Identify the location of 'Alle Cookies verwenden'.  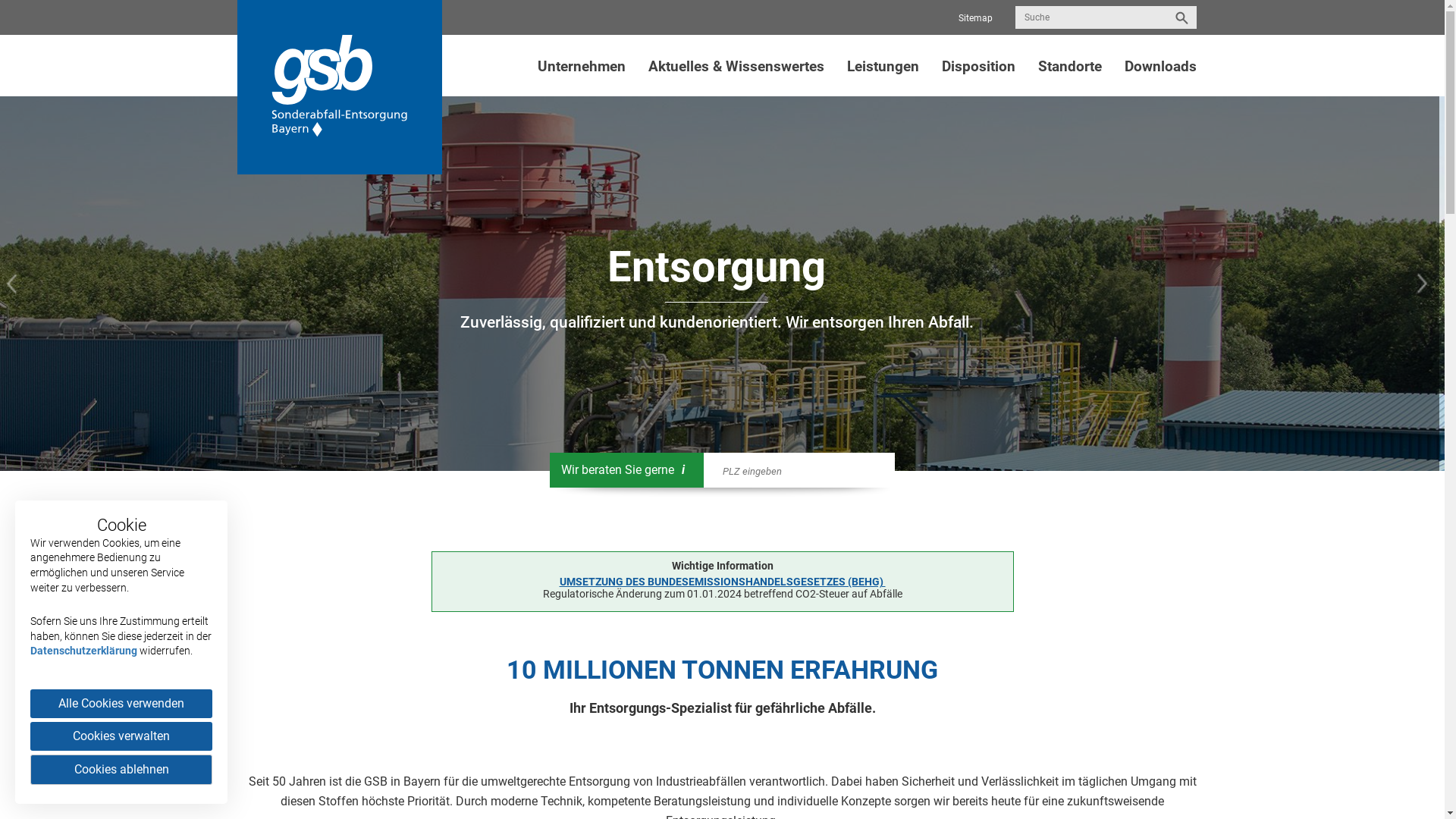
(120, 704).